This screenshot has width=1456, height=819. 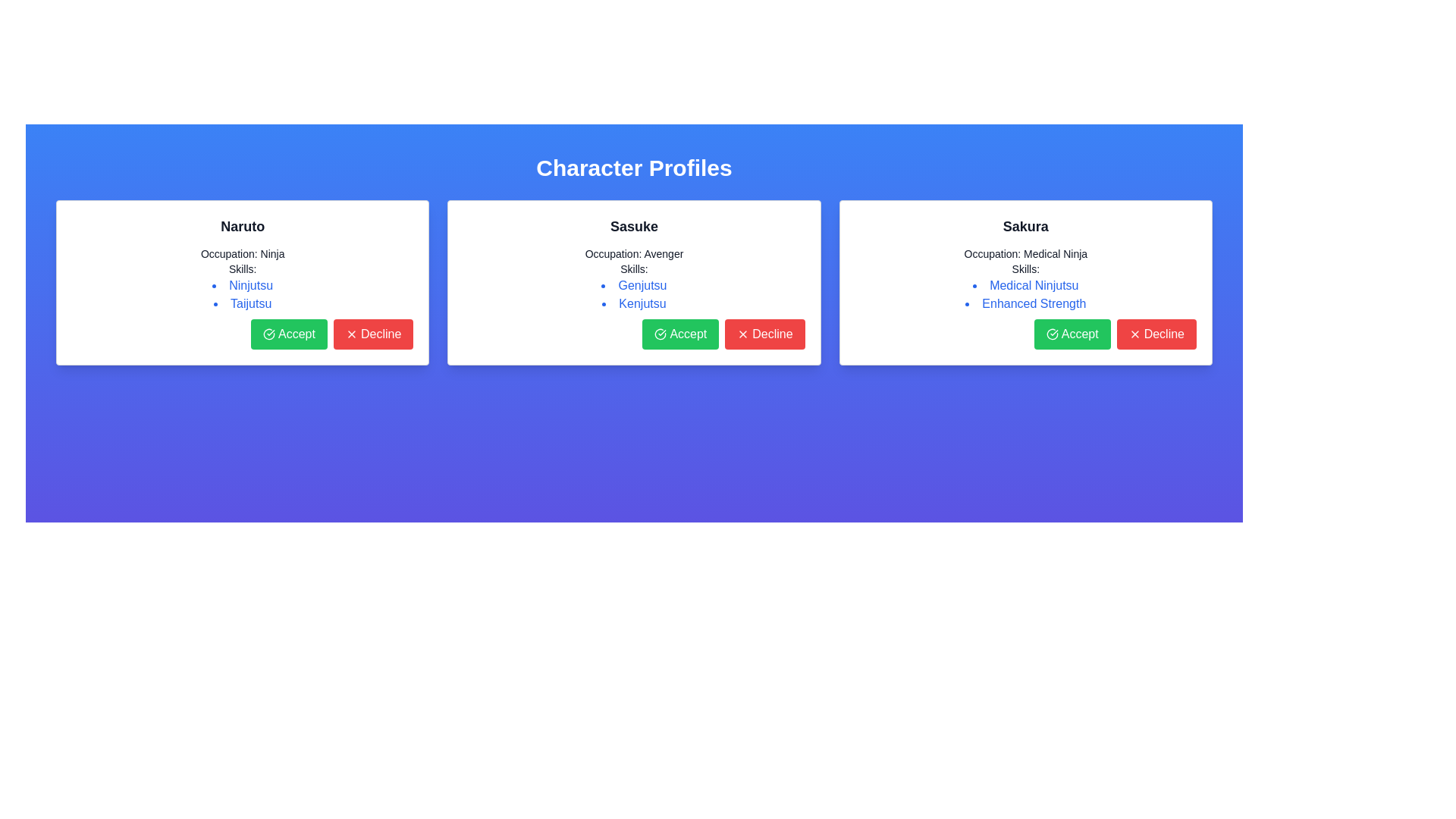 What do you see at coordinates (679, 333) in the screenshot?
I see `the button to accept the 'Sasuke' profile, located in the bottom row of action buttons, to the left of the red 'Decline' button` at bounding box center [679, 333].